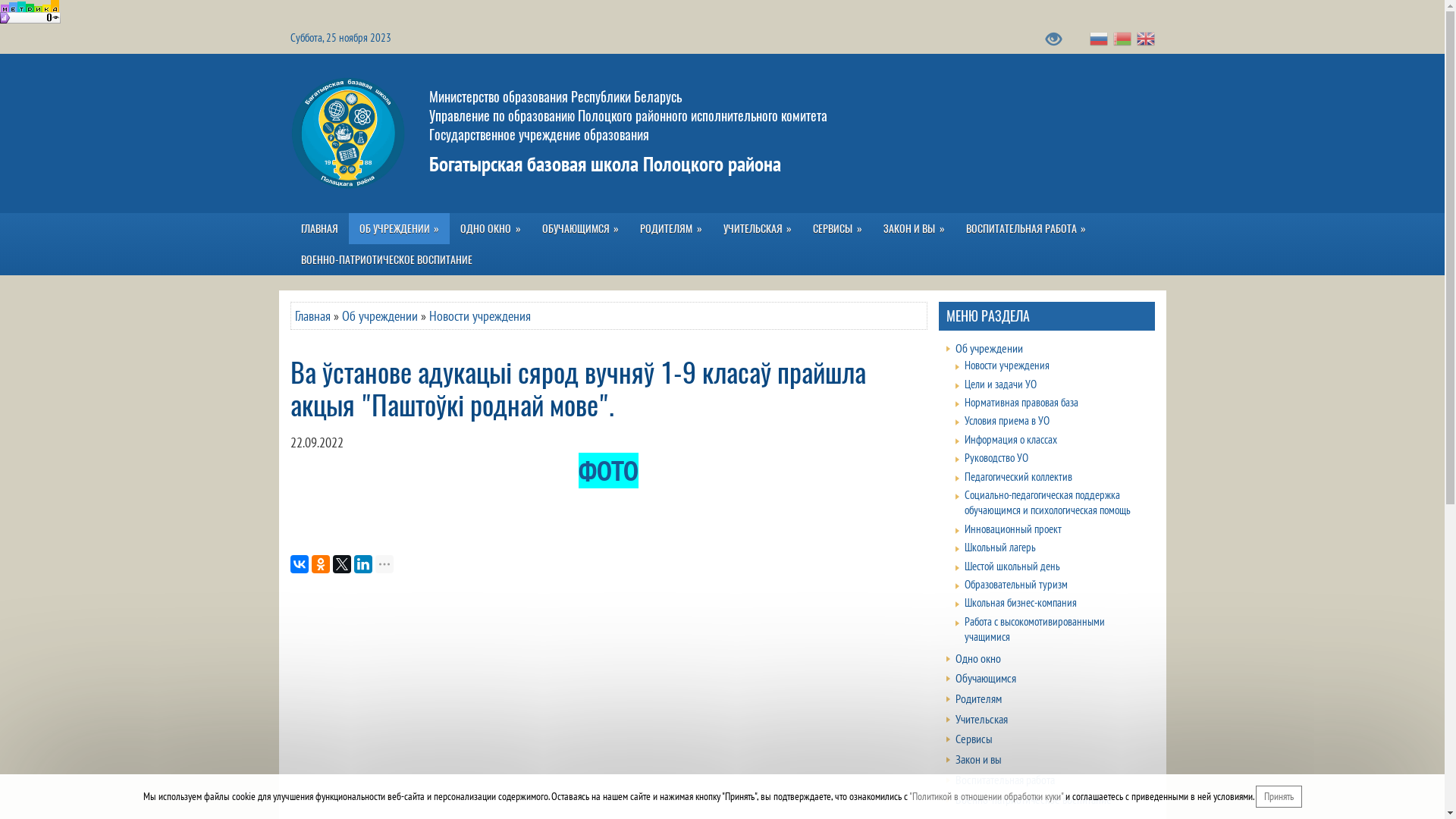  What do you see at coordinates (331, 564) in the screenshot?
I see `'Twitter'` at bounding box center [331, 564].